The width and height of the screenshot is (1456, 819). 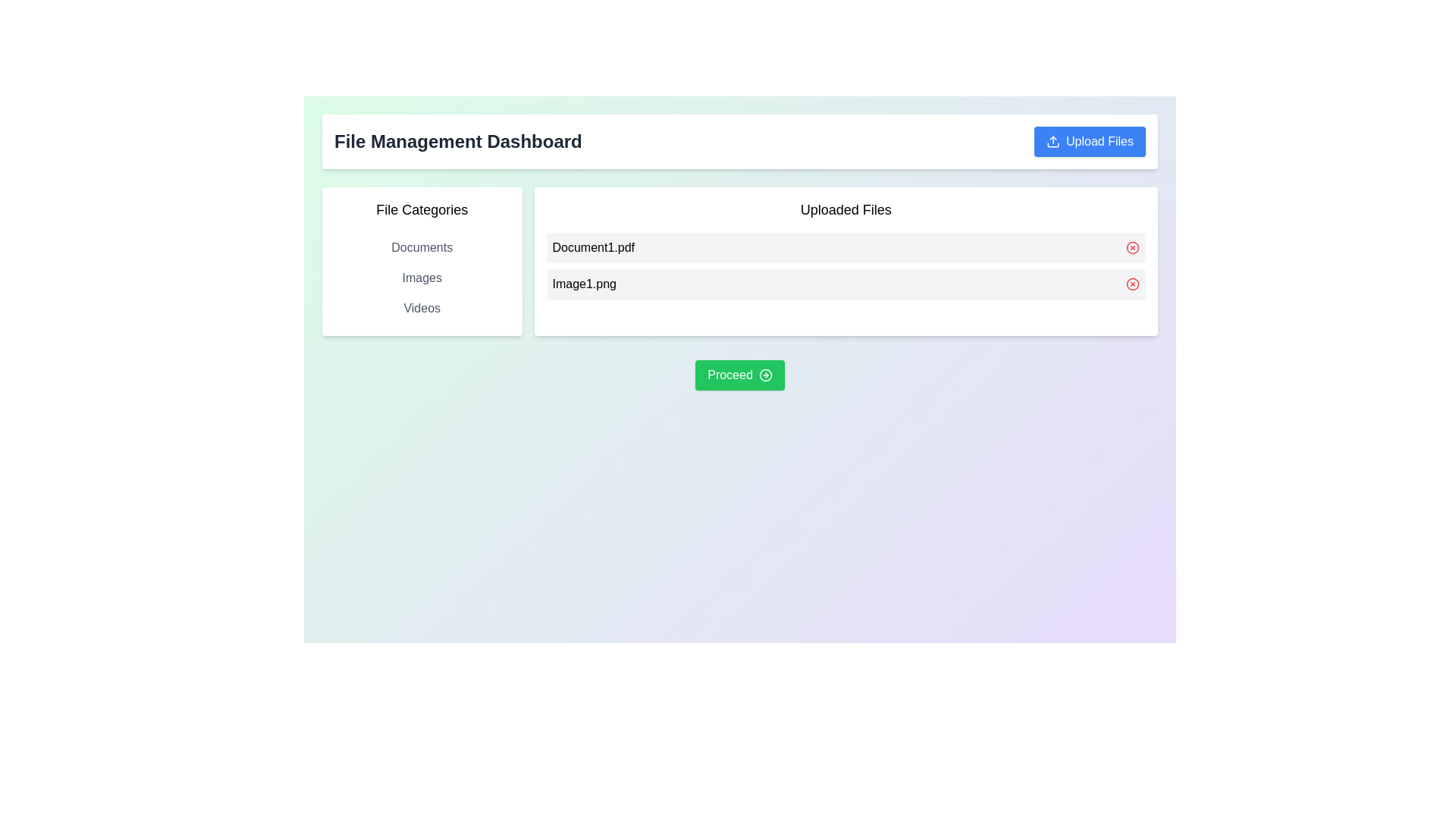 I want to click on the text label representing the file named 'Image1.png', which is the second item in the 'Uploaded Files' section, so click(x=583, y=284).